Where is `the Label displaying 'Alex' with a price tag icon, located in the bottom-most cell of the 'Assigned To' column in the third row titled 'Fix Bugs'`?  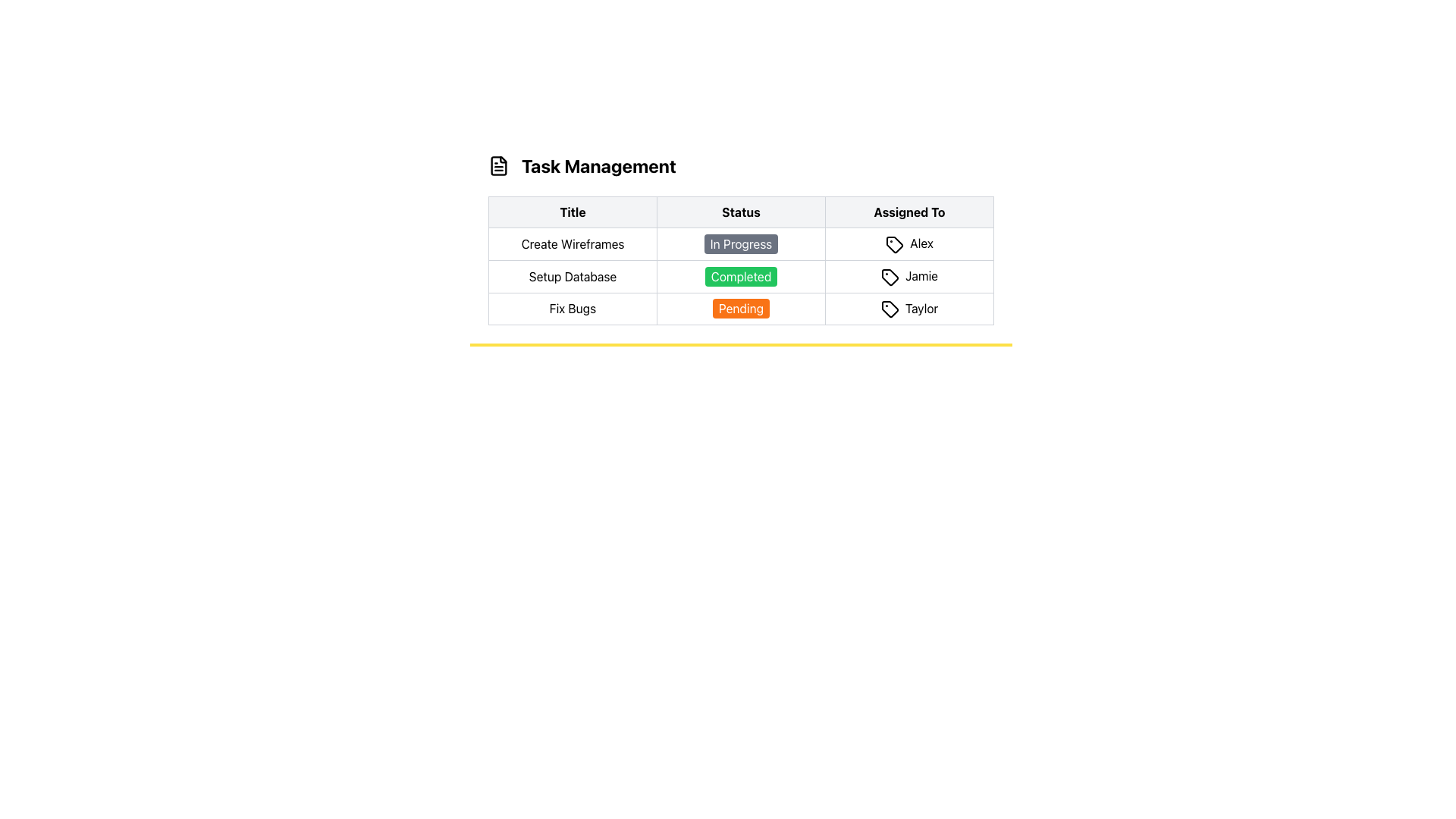
the Label displaying 'Alex' with a price tag icon, located in the bottom-most cell of the 'Assigned To' column in the third row titled 'Fix Bugs' is located at coordinates (909, 243).